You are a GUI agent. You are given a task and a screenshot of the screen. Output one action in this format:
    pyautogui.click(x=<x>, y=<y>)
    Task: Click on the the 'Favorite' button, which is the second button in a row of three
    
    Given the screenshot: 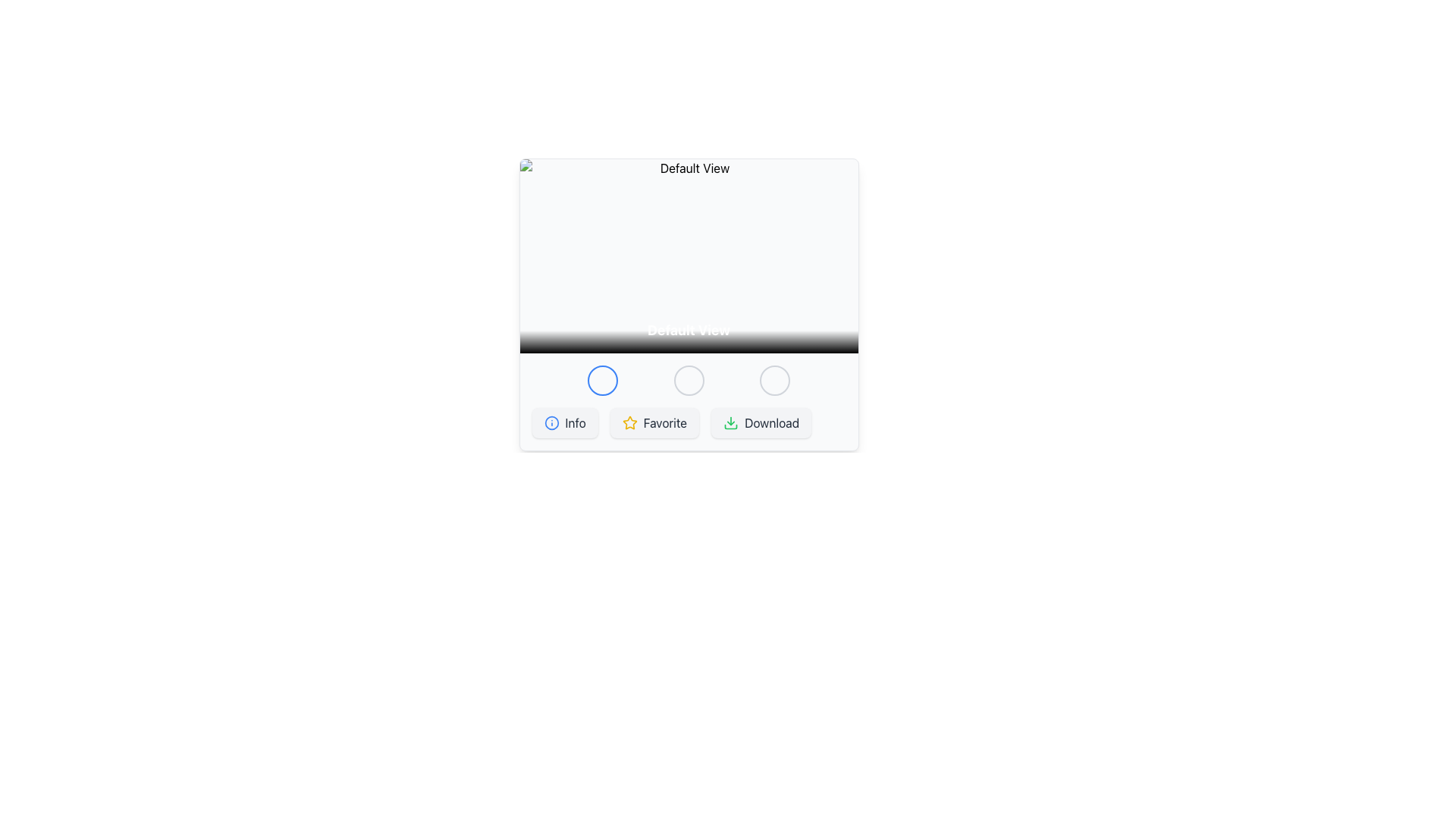 What is the action you would take?
    pyautogui.click(x=654, y=423)
    